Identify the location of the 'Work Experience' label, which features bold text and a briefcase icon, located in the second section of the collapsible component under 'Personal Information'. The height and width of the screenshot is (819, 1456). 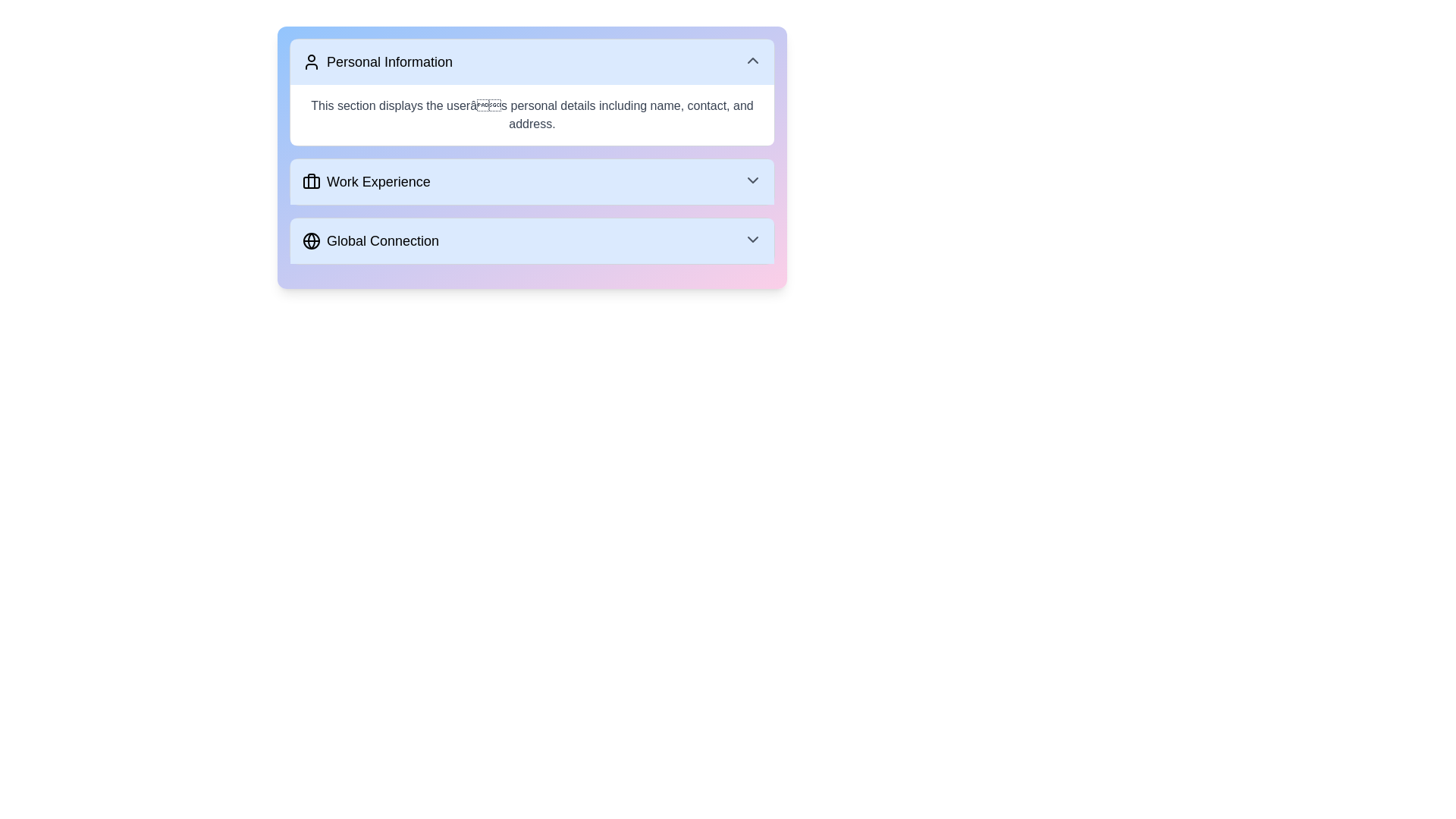
(366, 180).